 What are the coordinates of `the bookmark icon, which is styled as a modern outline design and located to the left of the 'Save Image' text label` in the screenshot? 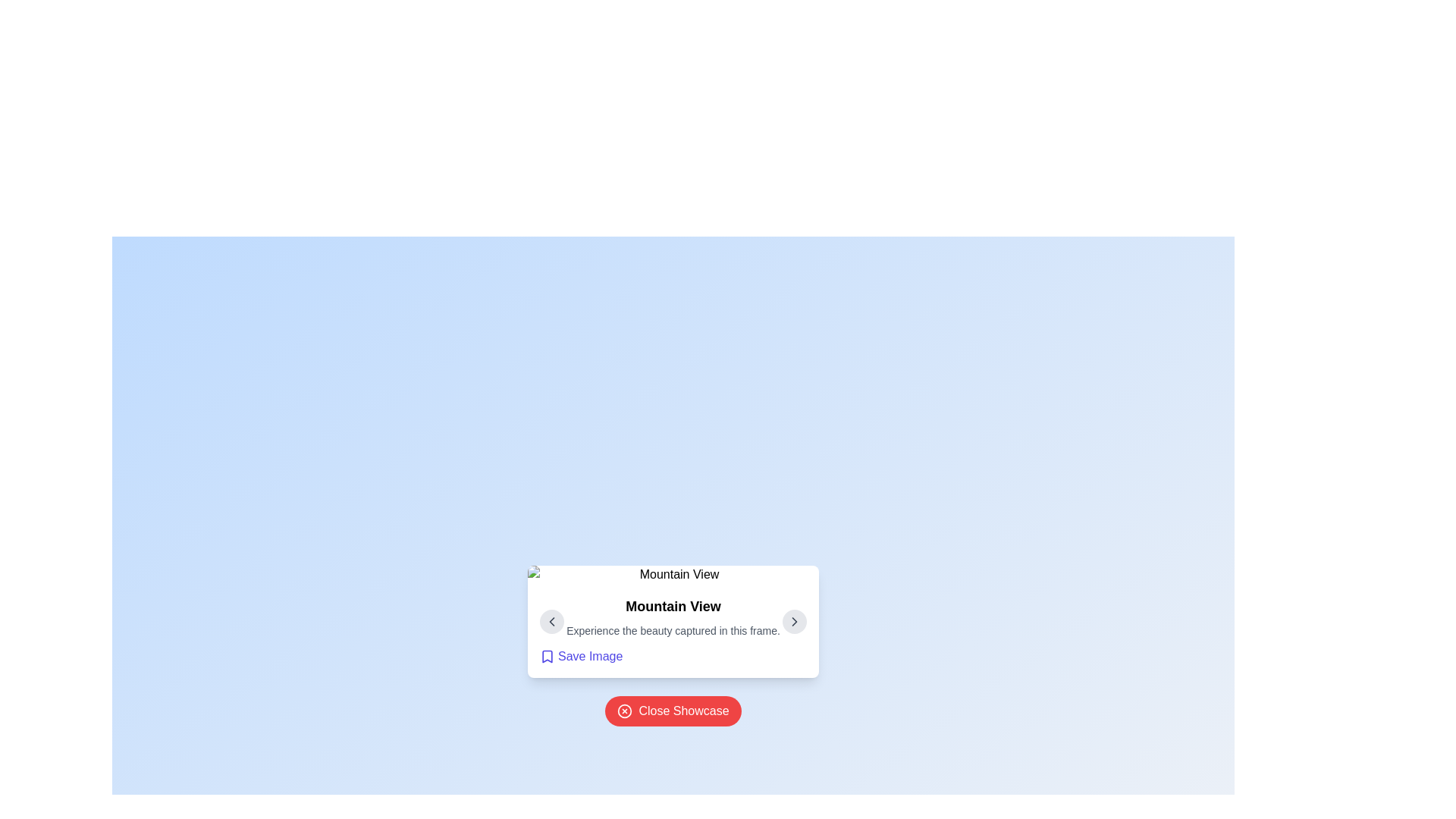 It's located at (546, 656).